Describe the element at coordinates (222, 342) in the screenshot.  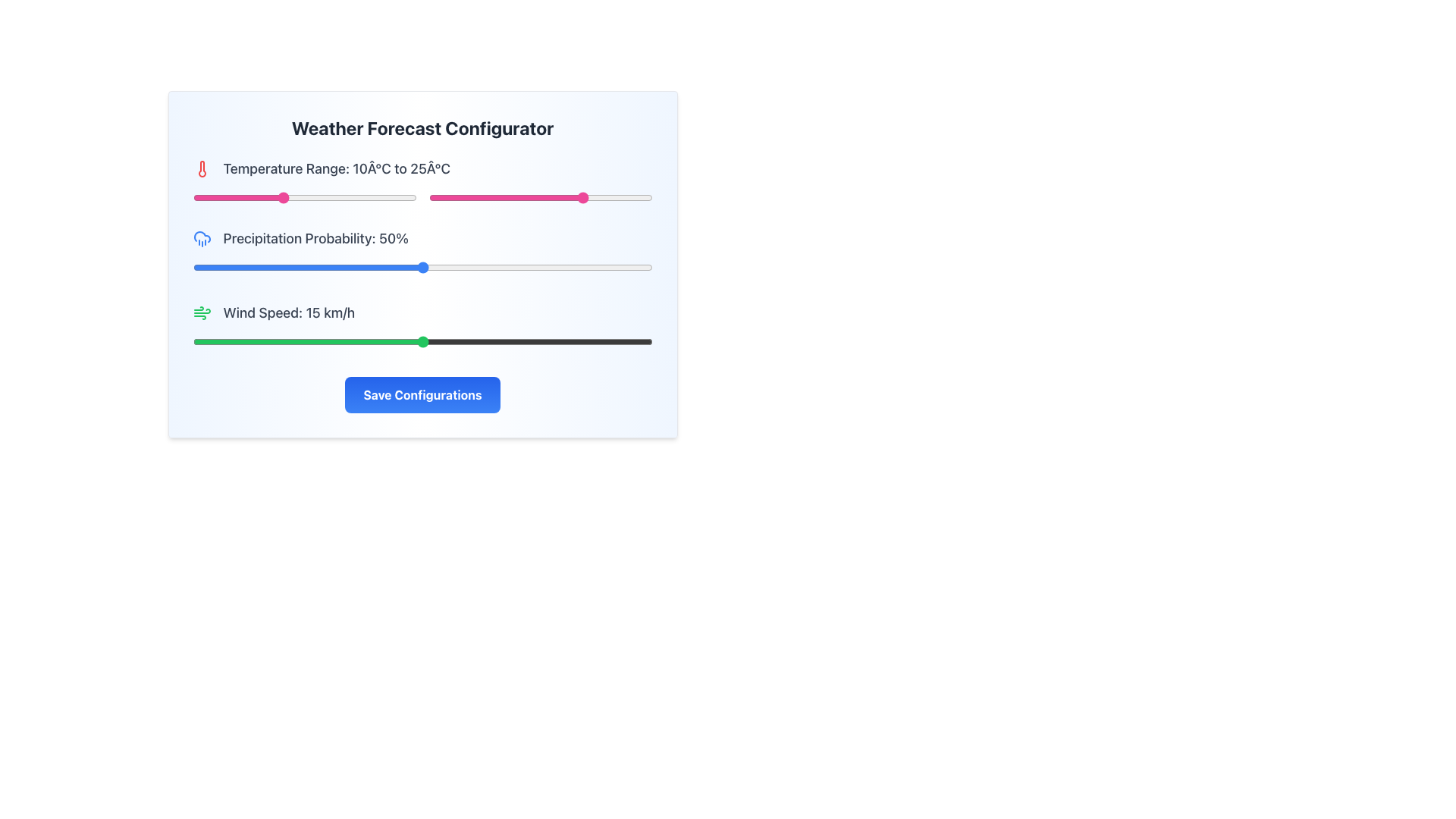
I see `the wind speed` at that location.